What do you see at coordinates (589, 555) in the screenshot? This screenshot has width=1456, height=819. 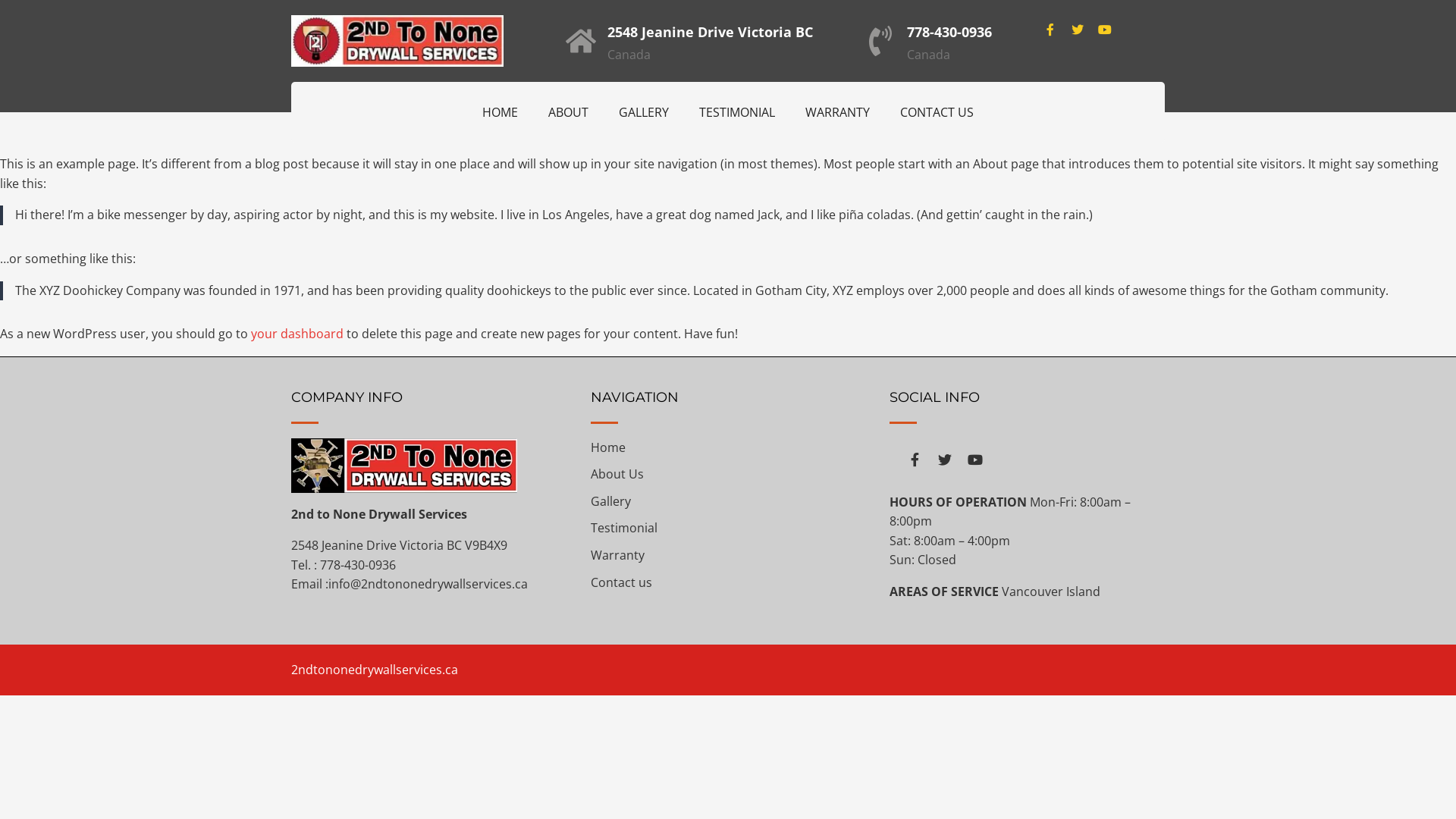 I see `'Warranty'` at bounding box center [589, 555].